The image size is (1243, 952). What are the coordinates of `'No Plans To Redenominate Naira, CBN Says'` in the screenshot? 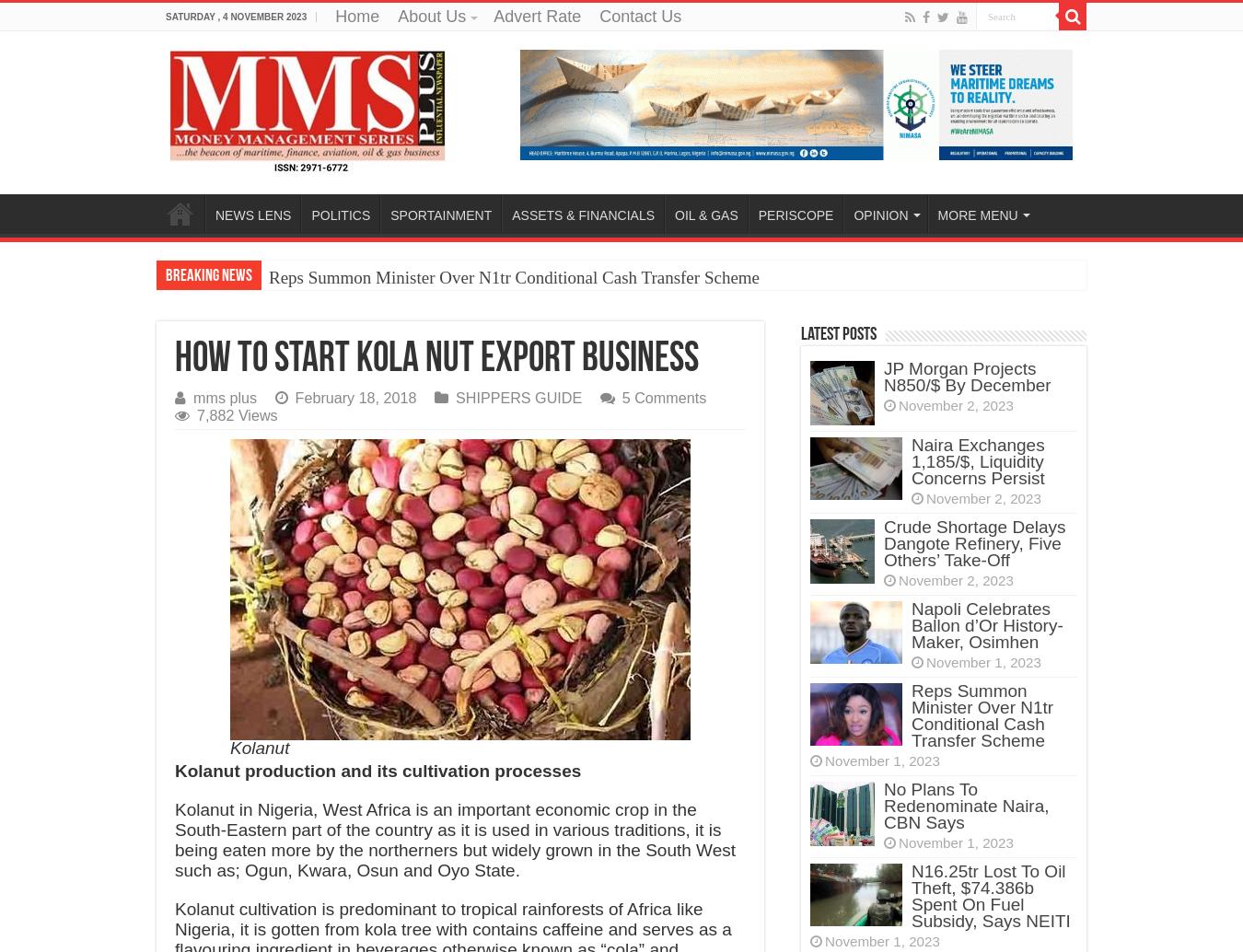 It's located at (966, 805).